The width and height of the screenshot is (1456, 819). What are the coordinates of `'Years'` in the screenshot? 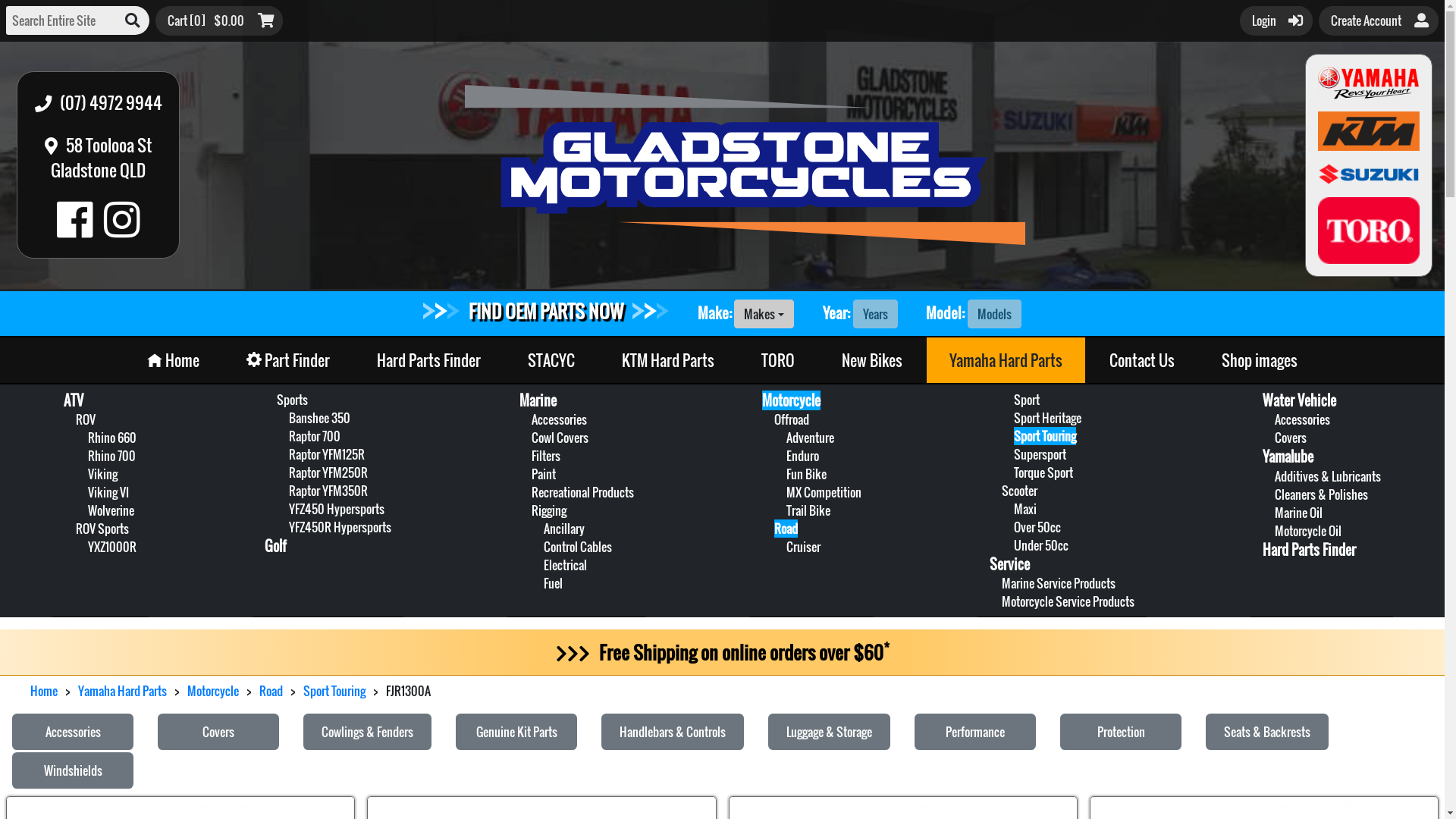 It's located at (875, 312).